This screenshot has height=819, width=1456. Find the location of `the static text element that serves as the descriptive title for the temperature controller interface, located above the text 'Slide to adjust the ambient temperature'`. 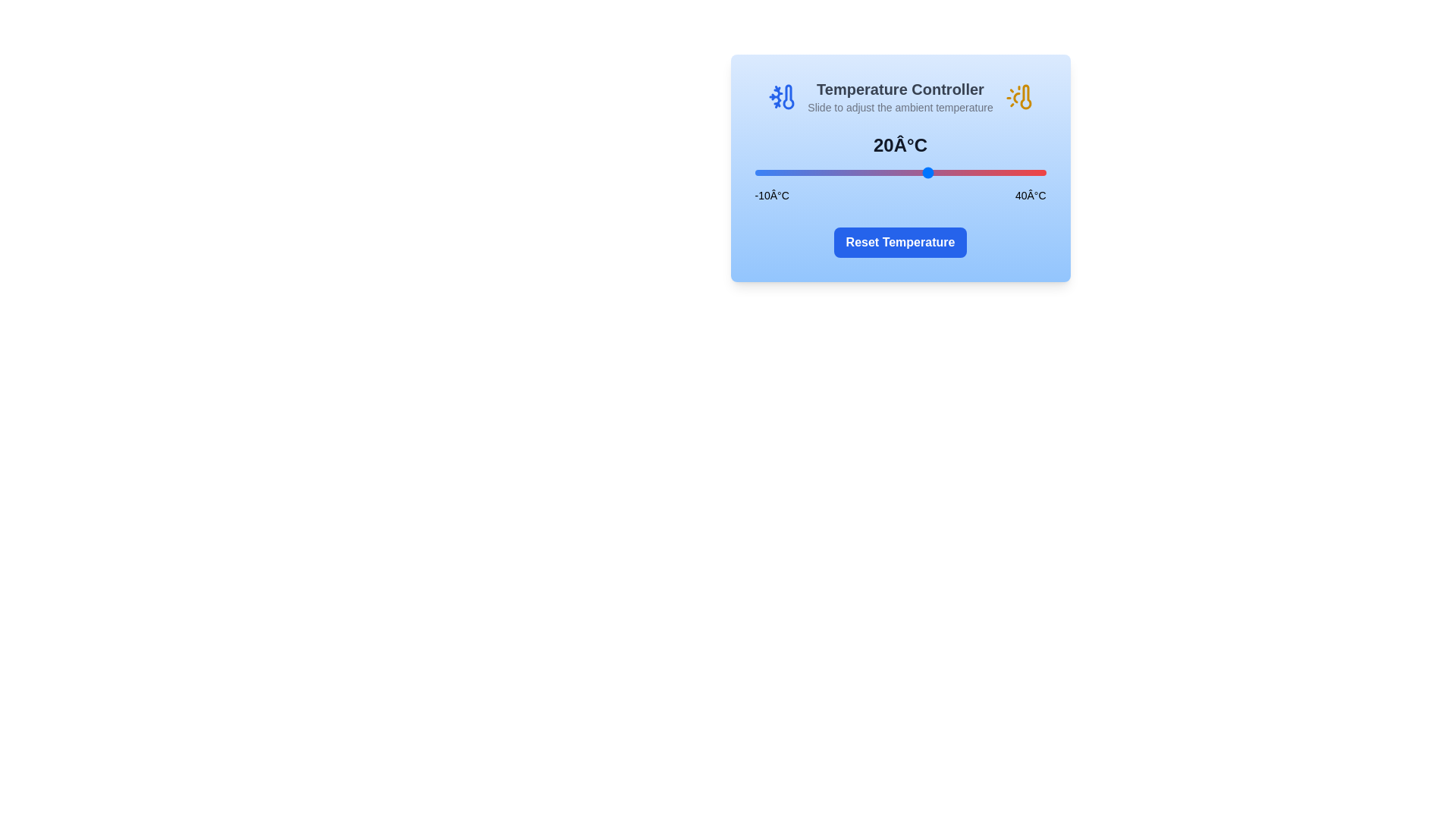

the static text element that serves as the descriptive title for the temperature controller interface, located above the text 'Slide to adjust the ambient temperature' is located at coordinates (900, 89).